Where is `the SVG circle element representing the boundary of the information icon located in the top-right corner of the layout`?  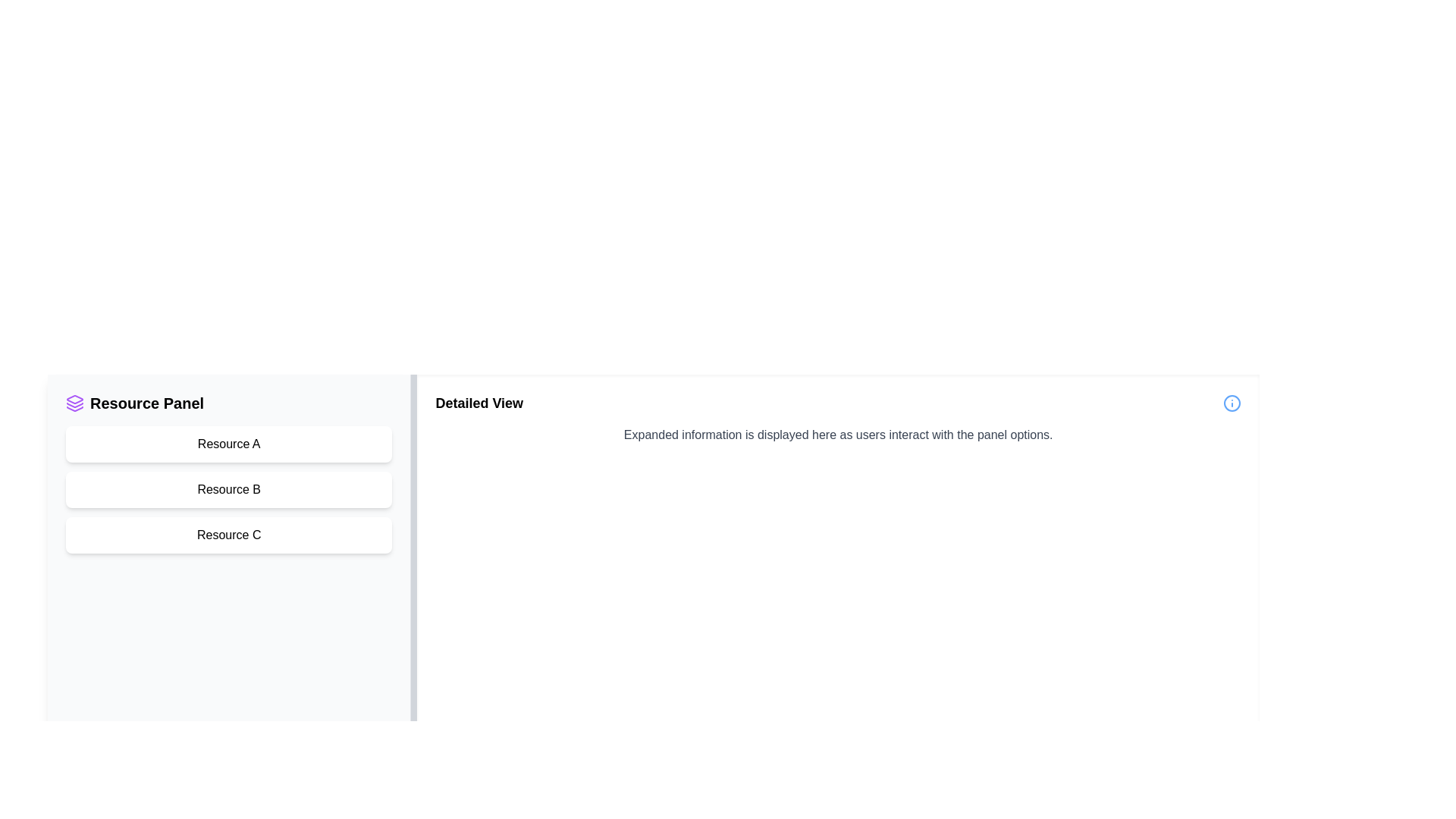 the SVG circle element representing the boundary of the information icon located in the top-right corner of the layout is located at coordinates (1232, 403).